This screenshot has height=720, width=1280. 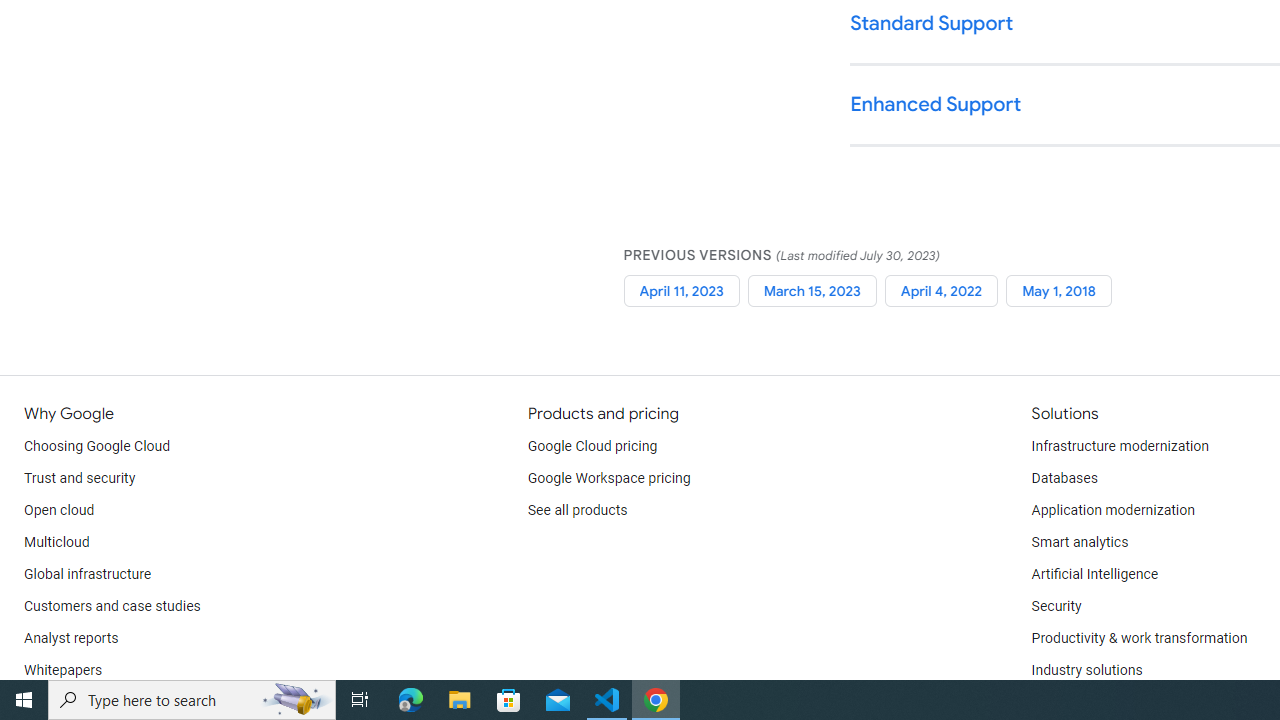 What do you see at coordinates (1058, 290) in the screenshot?
I see `'May 1, 2018'` at bounding box center [1058, 290].